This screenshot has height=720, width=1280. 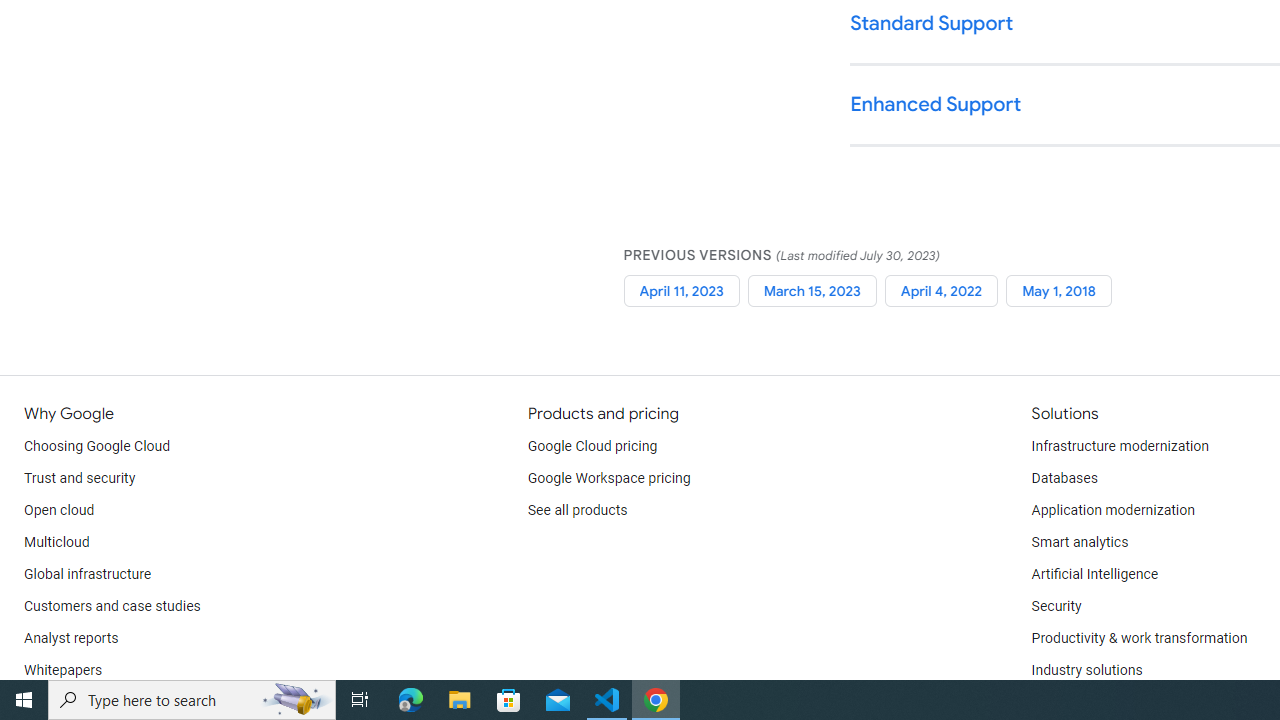 What do you see at coordinates (1058, 290) in the screenshot?
I see `'May 1, 2018'` at bounding box center [1058, 290].